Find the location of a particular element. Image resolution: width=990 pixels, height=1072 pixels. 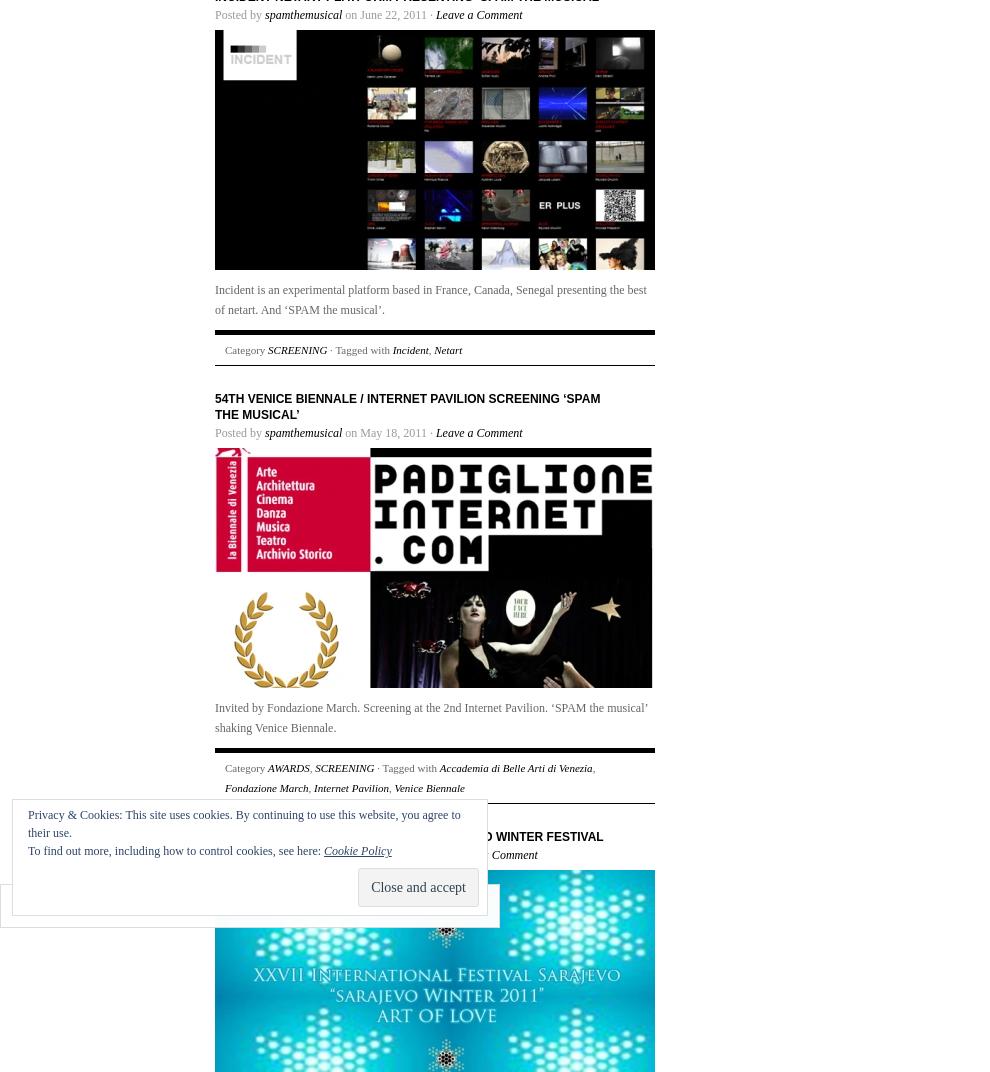

'AWARDS' is located at coordinates (288, 767).